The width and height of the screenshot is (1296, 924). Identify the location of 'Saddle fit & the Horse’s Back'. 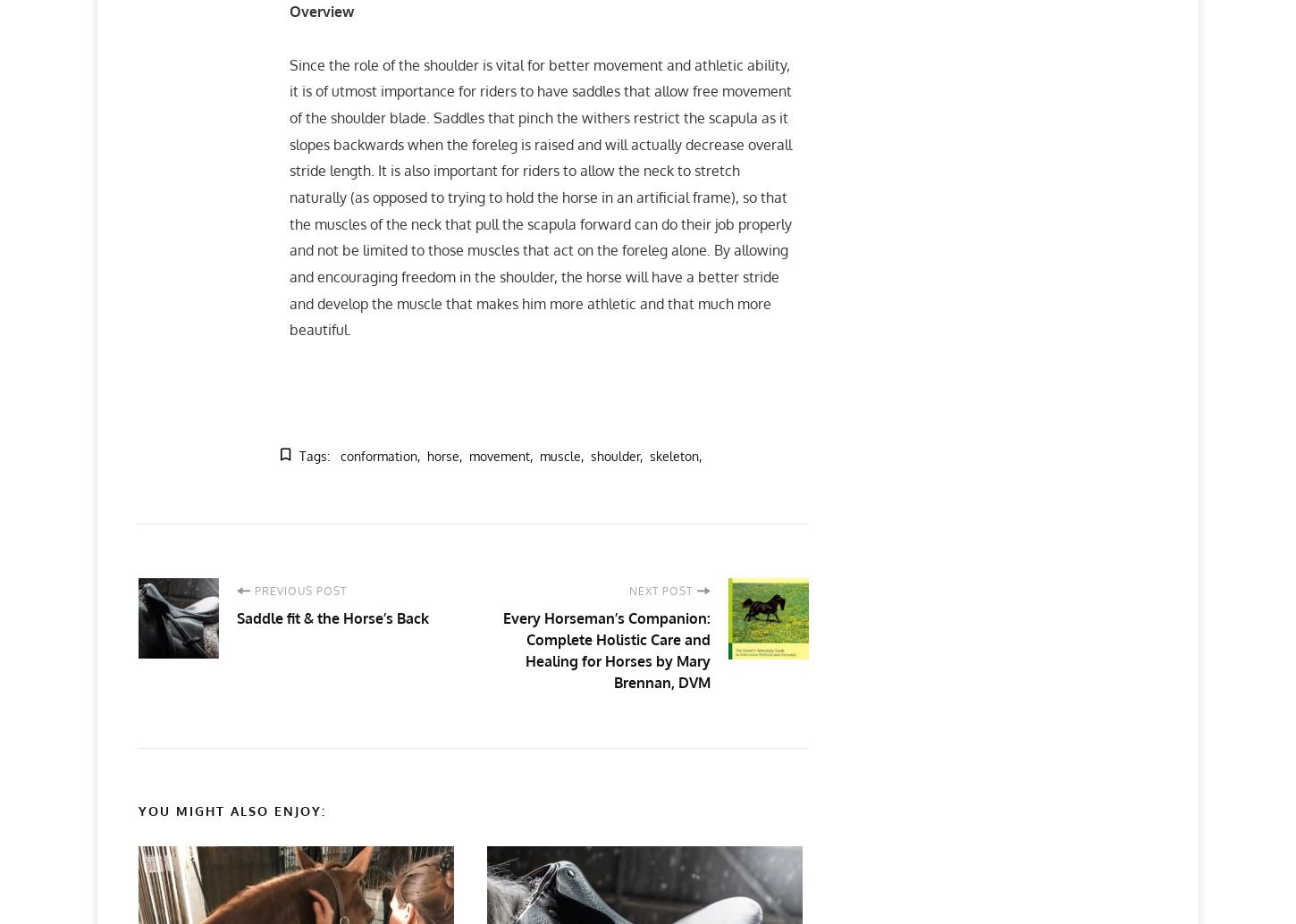
(332, 617).